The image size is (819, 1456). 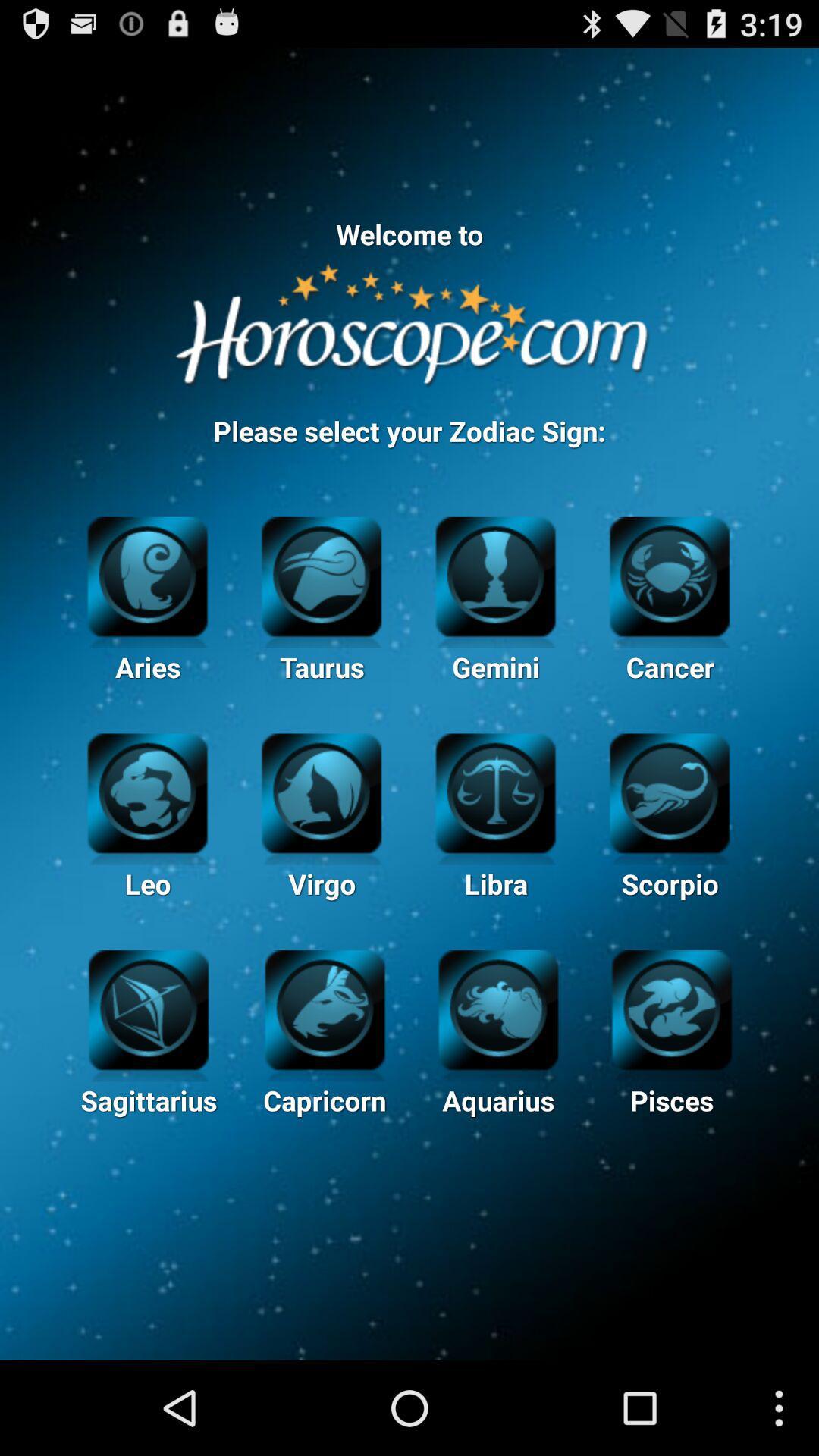 What do you see at coordinates (669, 573) in the screenshot?
I see `the cancer option` at bounding box center [669, 573].